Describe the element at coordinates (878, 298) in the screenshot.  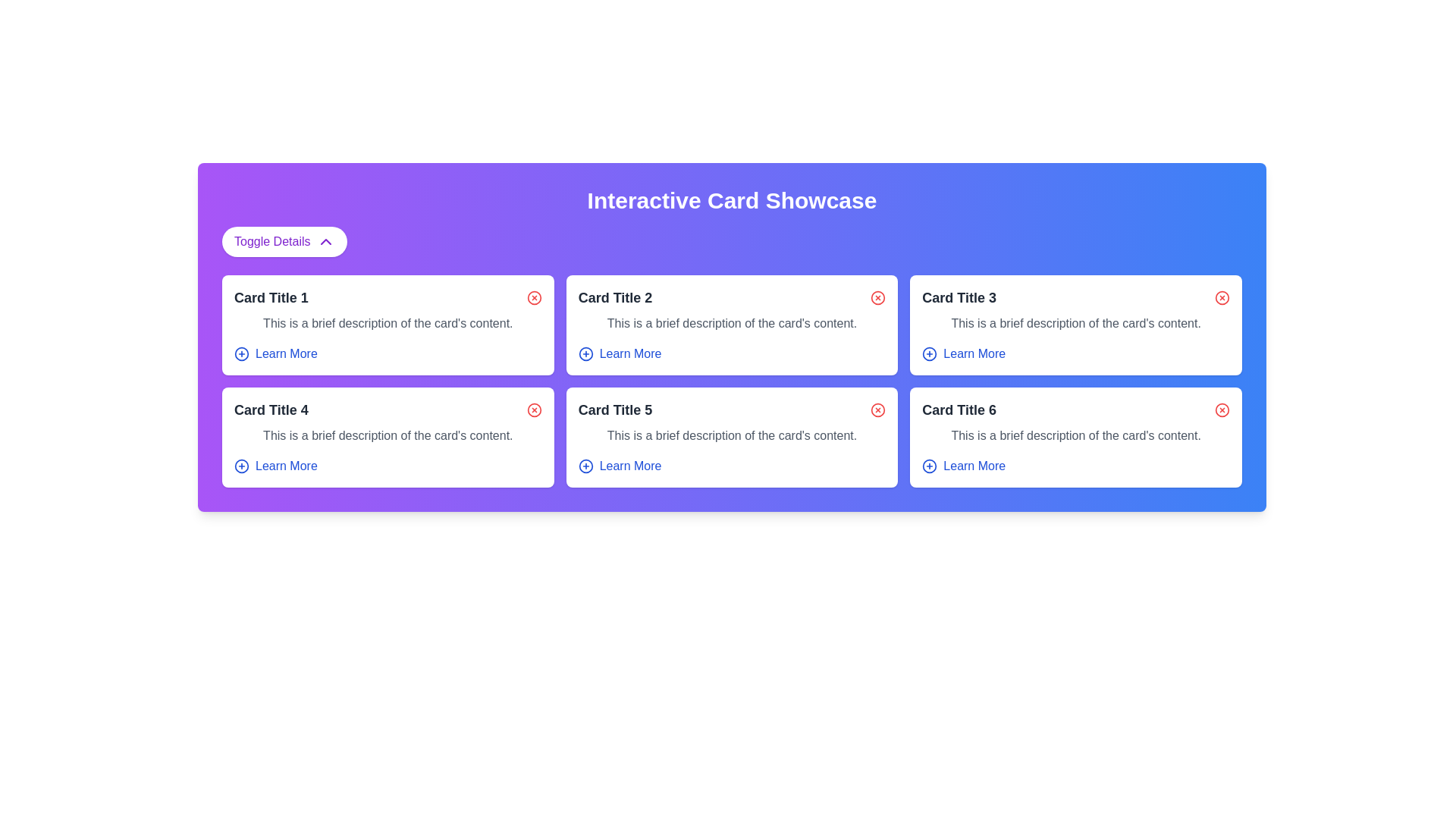
I see `the delete or close button located at the top-right corner of the card titled 'Card Title 2'` at that location.